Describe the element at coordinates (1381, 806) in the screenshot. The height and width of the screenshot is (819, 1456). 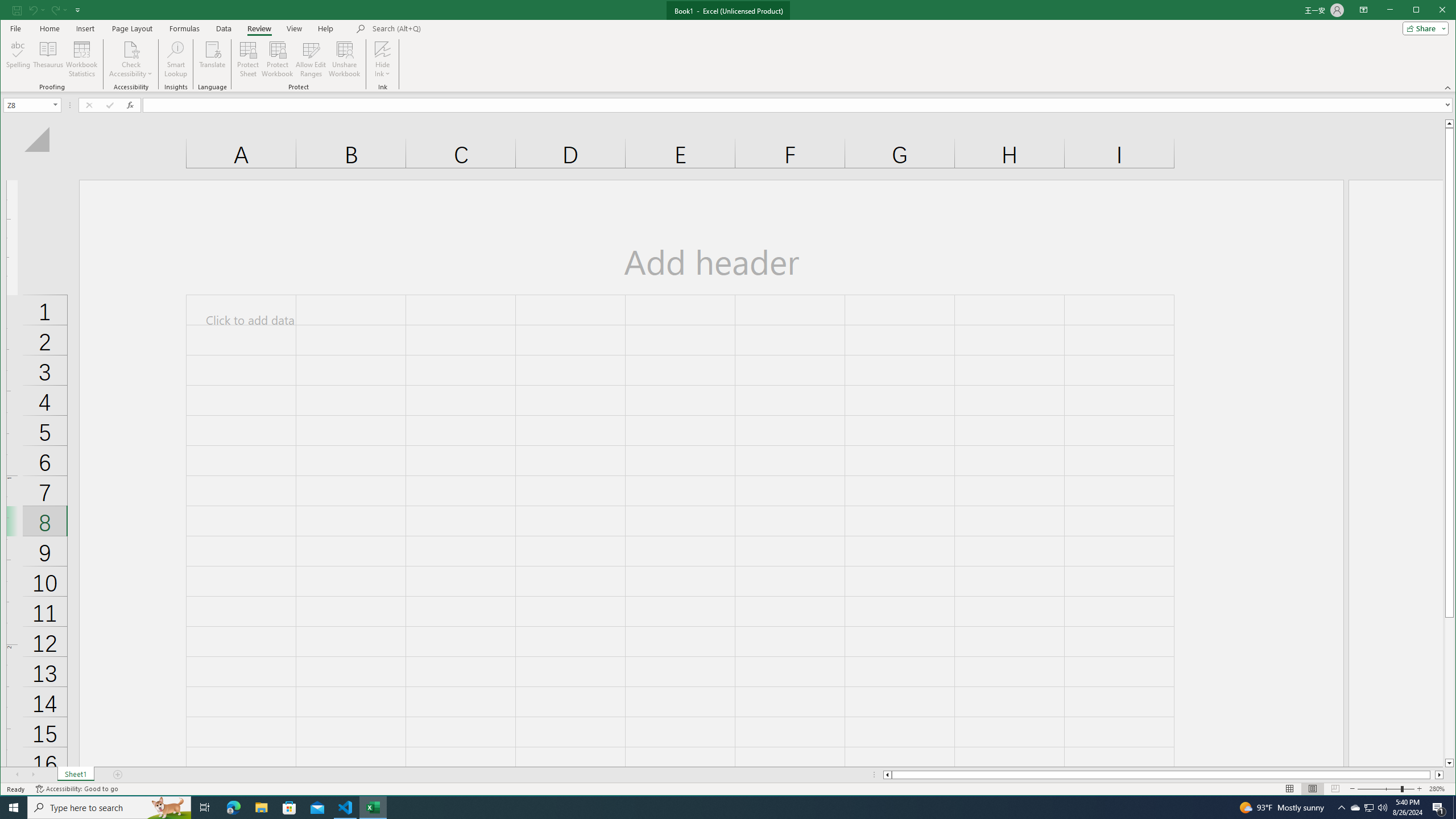
I see `'Q2790: 100%'` at that location.